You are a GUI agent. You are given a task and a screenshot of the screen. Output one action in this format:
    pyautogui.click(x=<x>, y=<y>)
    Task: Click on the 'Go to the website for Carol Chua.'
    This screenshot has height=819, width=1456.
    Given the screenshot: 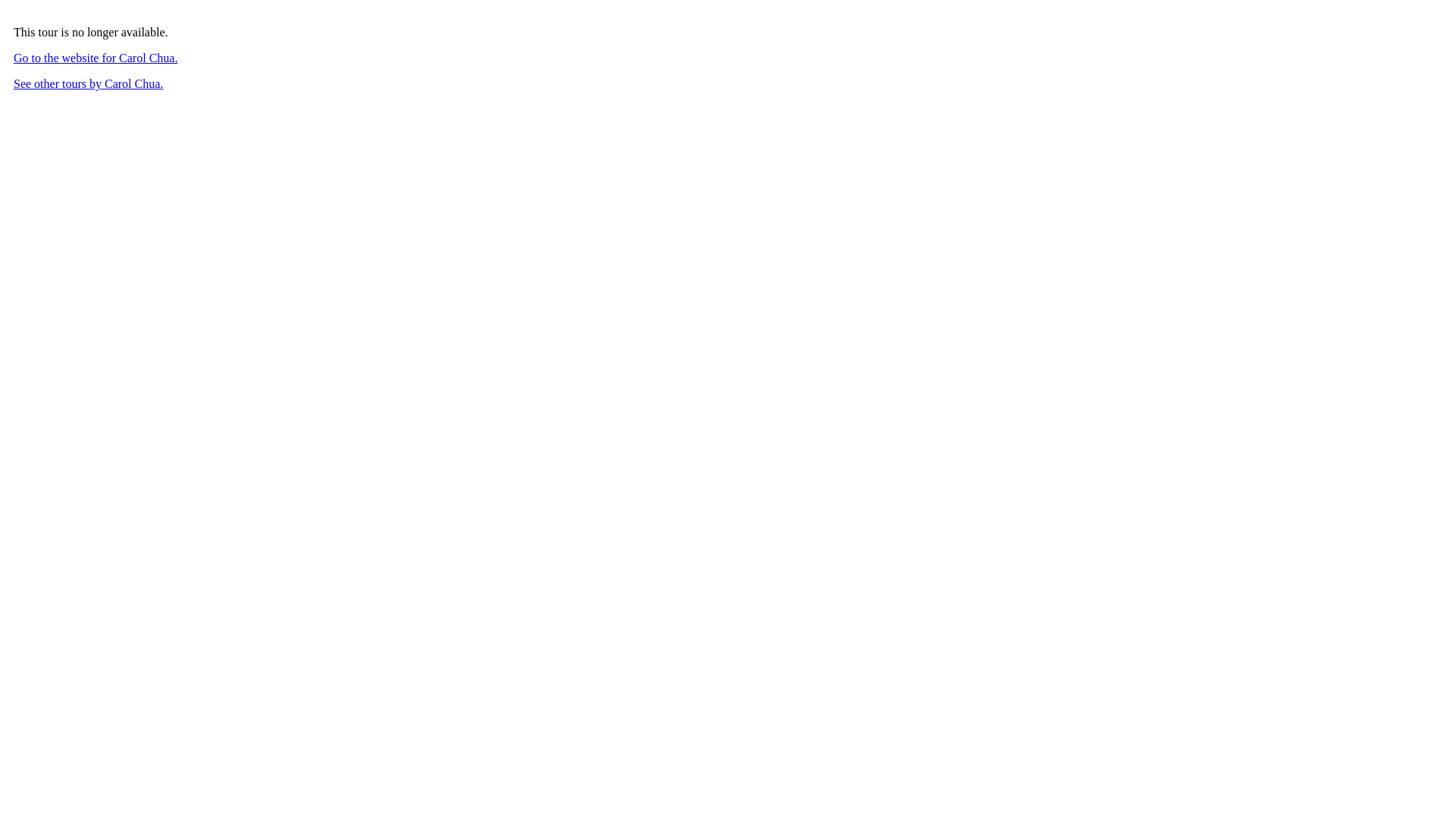 What is the action you would take?
    pyautogui.click(x=94, y=57)
    